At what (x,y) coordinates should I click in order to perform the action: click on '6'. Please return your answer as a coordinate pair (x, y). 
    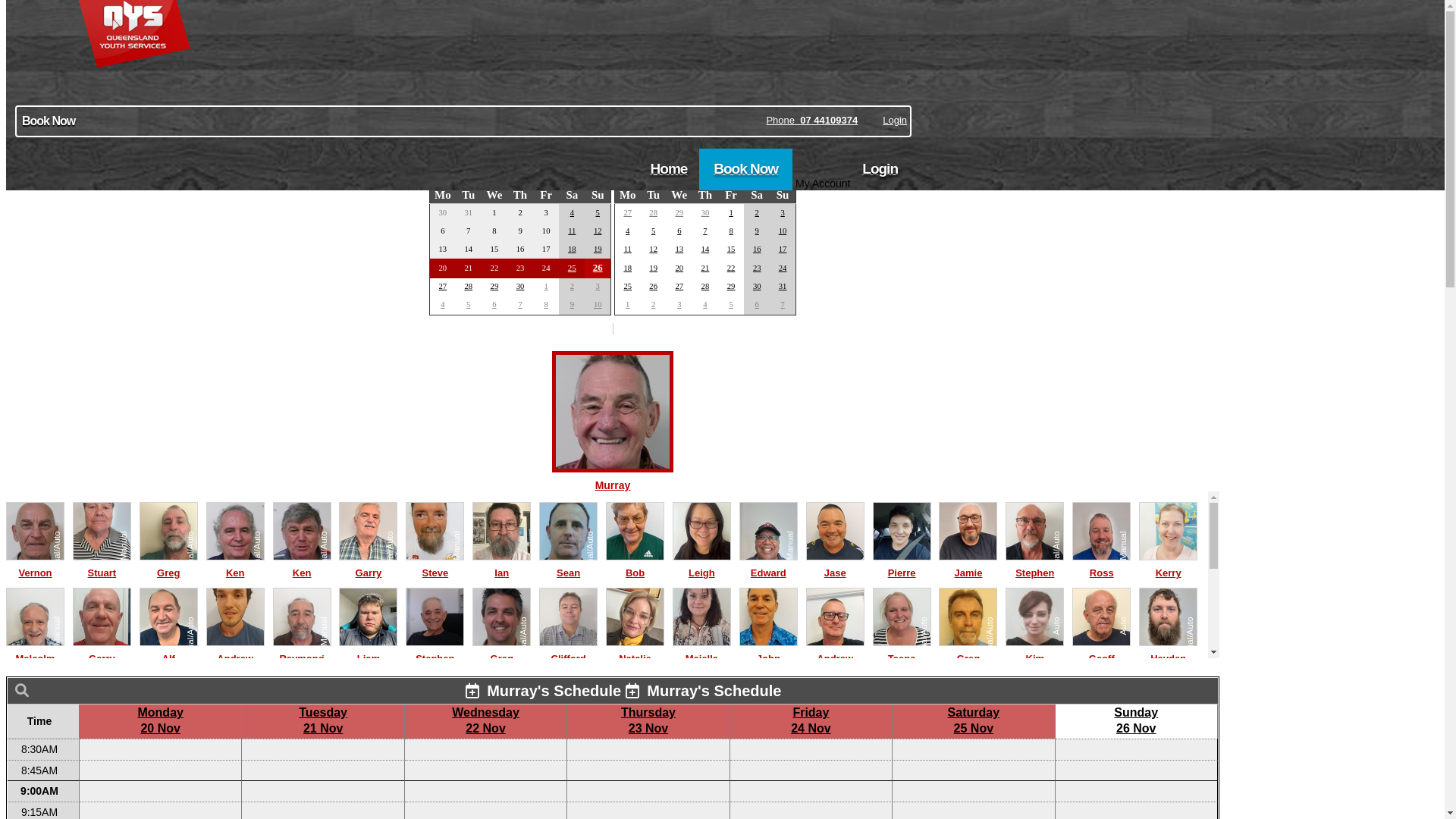
    Looking at the image, I should click on (494, 304).